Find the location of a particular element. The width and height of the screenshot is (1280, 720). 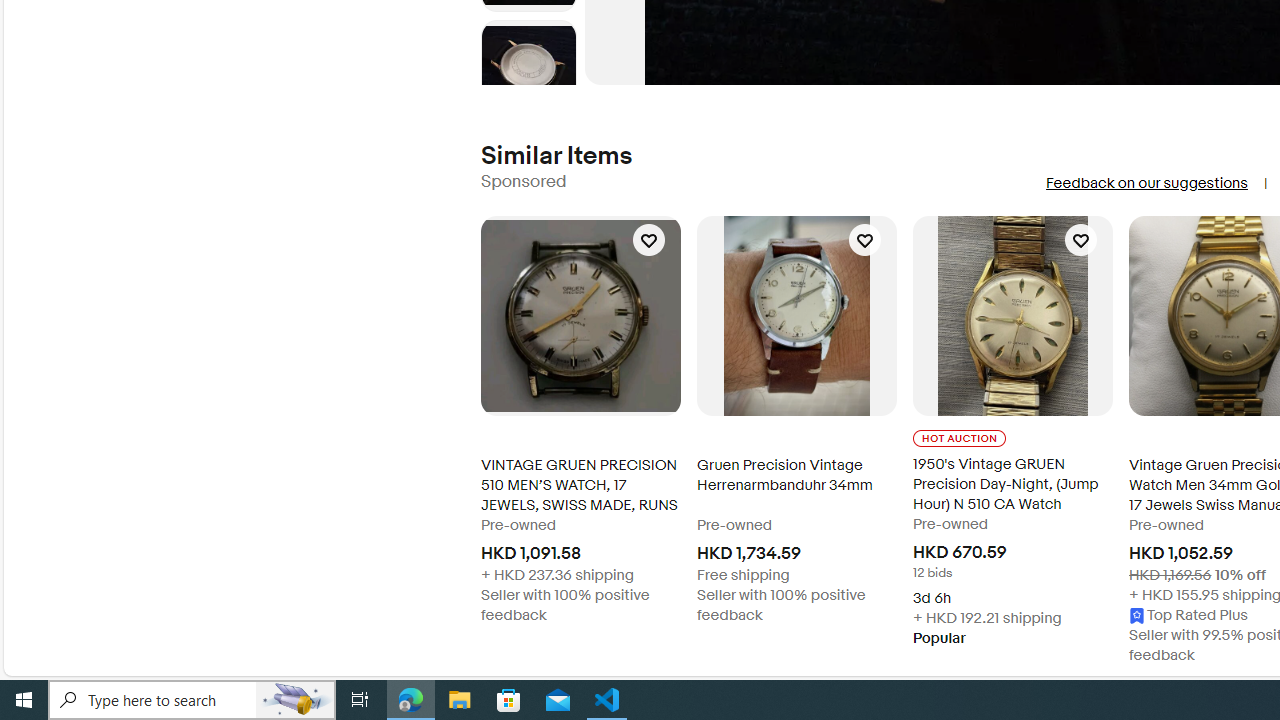

'Feedback on our suggestions' is located at coordinates (1146, 183).